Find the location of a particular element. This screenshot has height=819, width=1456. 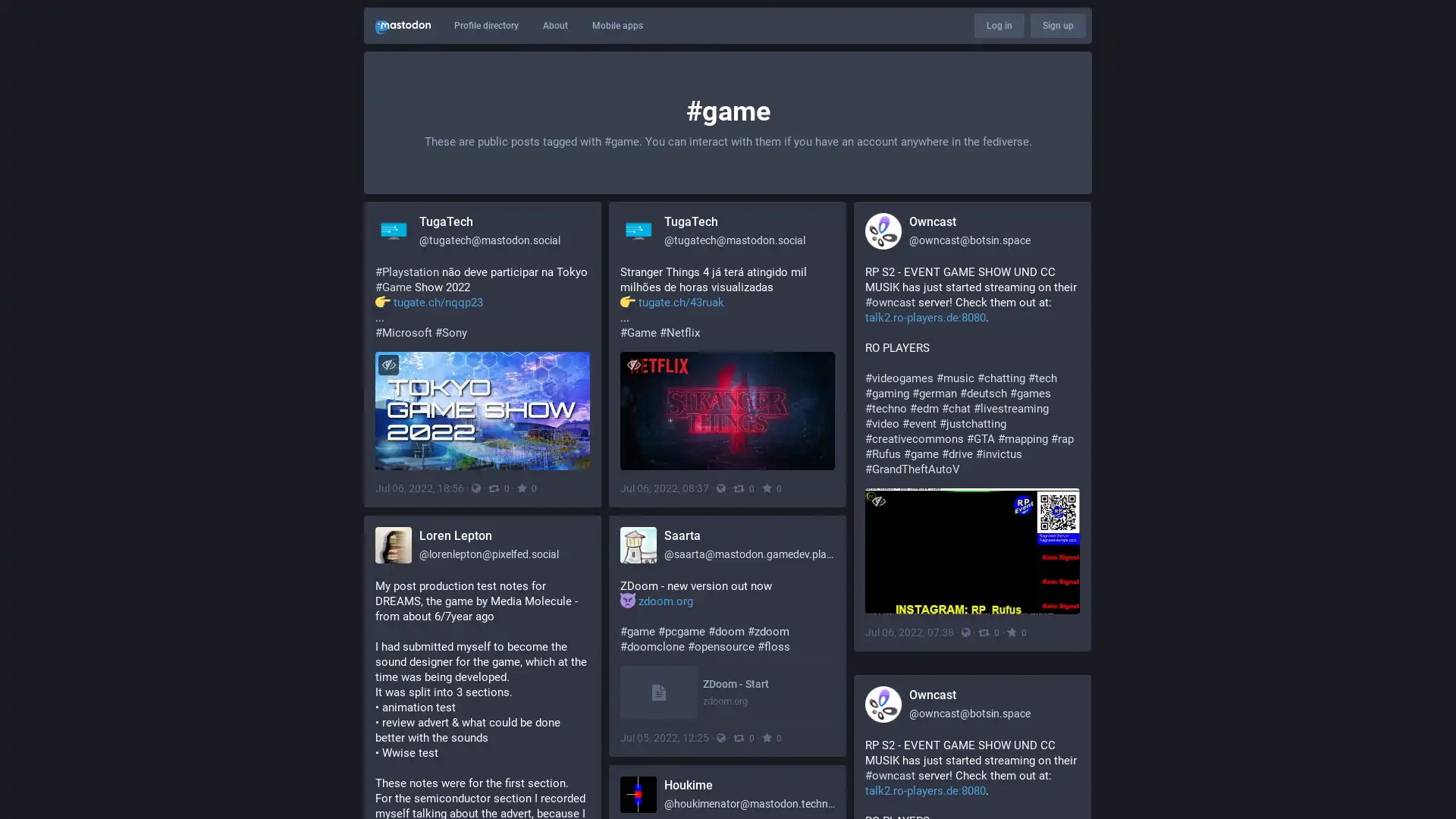

Hide image is located at coordinates (633, 364).